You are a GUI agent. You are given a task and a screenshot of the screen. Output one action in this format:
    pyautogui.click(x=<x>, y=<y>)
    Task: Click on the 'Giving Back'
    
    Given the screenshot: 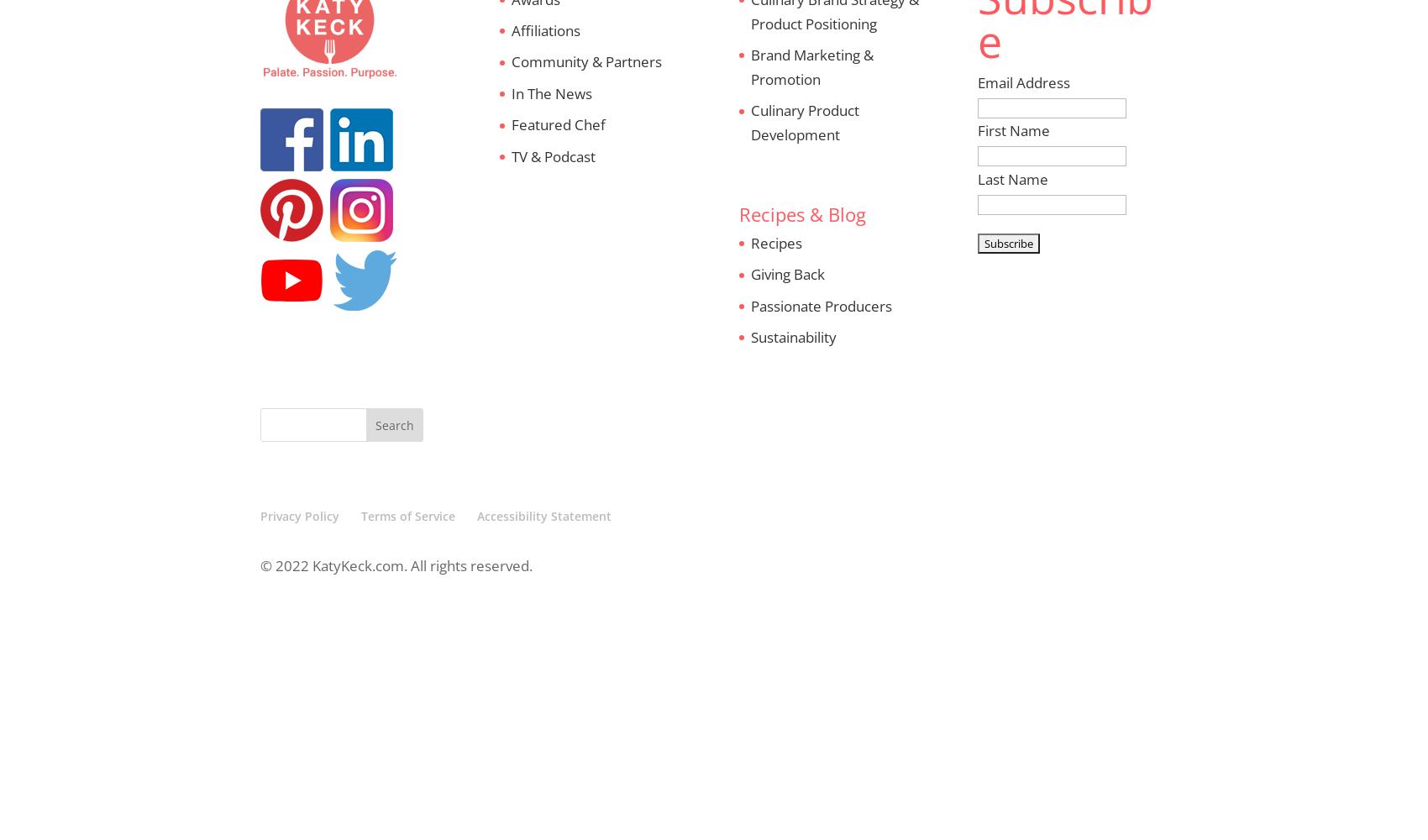 What is the action you would take?
    pyautogui.click(x=787, y=273)
    